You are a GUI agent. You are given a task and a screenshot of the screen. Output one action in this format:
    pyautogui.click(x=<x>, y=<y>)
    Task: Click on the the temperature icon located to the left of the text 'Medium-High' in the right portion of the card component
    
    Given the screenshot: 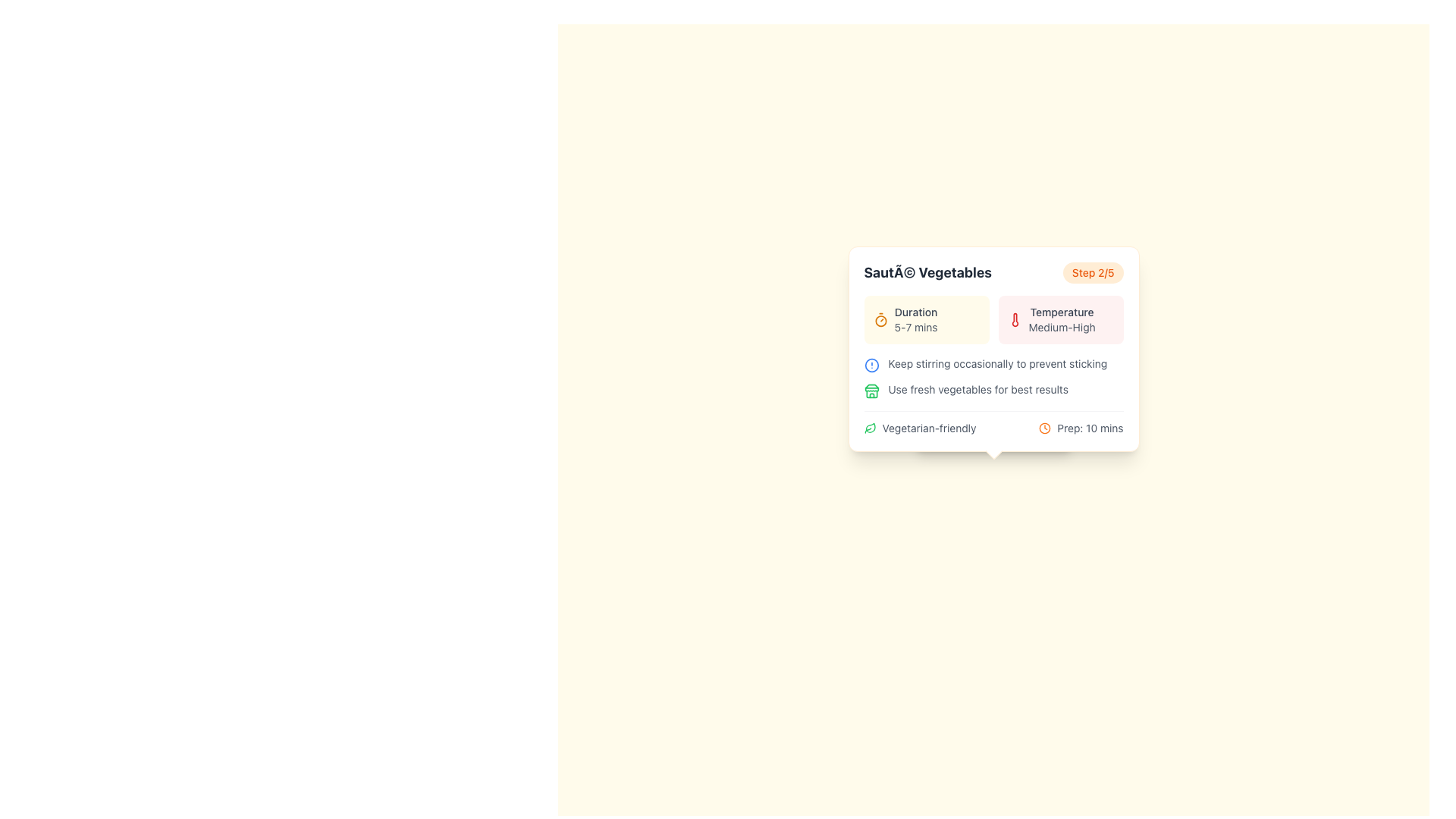 What is the action you would take?
    pyautogui.click(x=1015, y=318)
    